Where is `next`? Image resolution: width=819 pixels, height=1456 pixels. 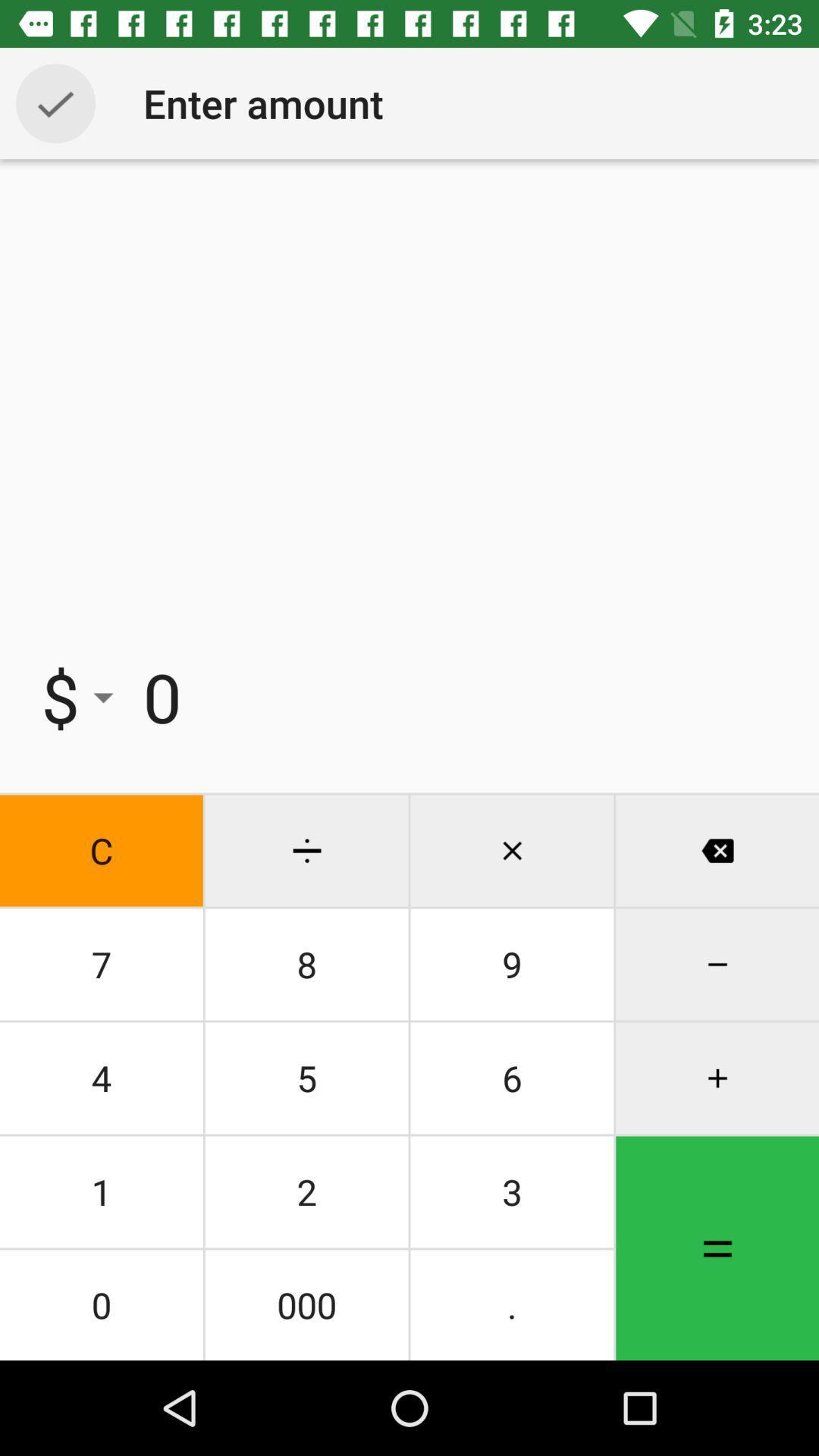
next is located at coordinates (55, 102).